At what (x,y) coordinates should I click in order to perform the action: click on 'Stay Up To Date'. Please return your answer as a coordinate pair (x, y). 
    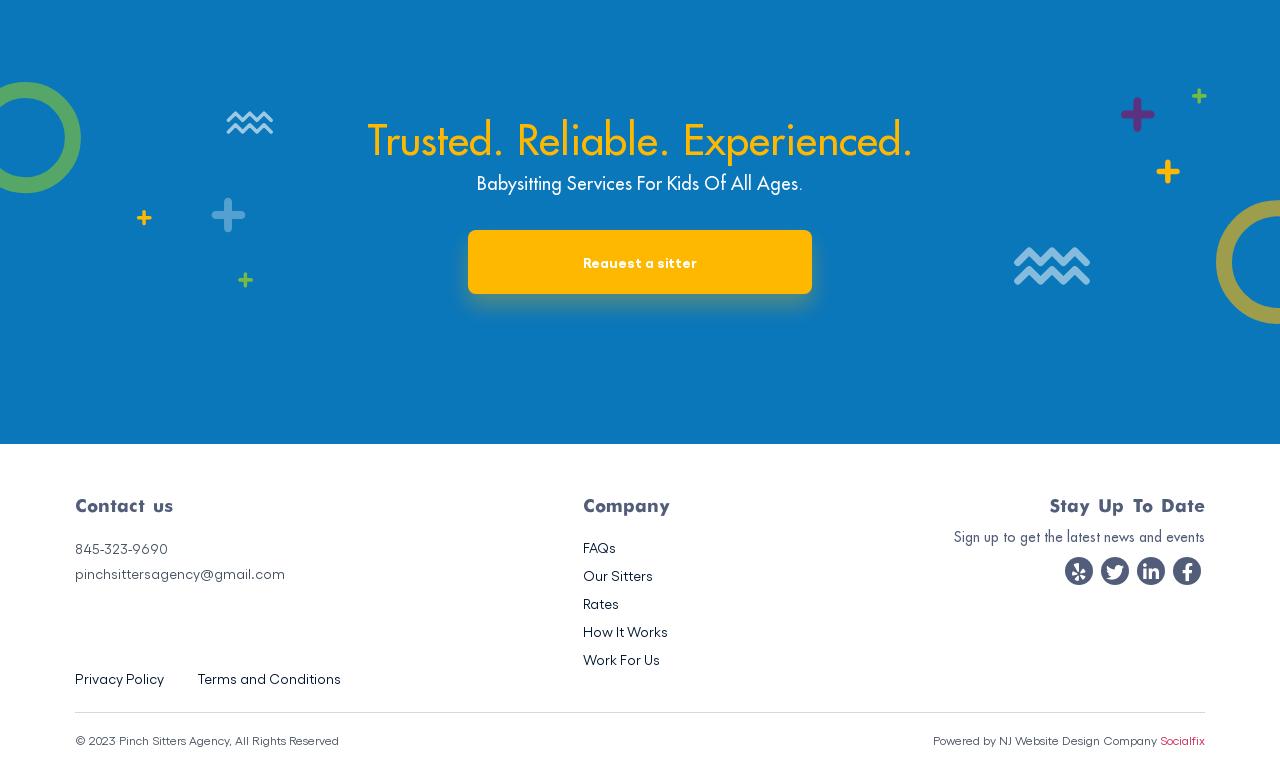
    Looking at the image, I should click on (1127, 507).